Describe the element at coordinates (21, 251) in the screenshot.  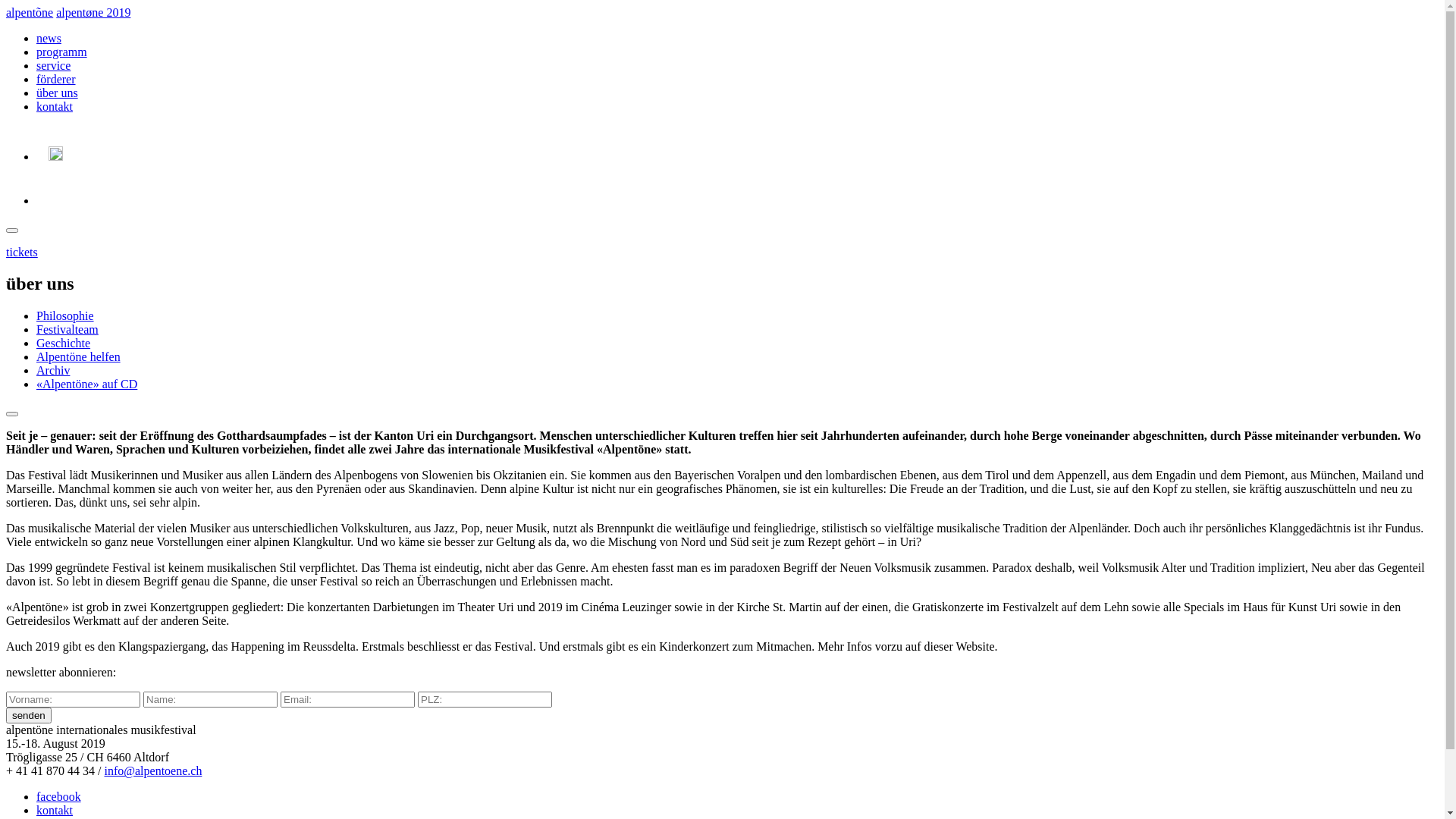
I see `'tickets'` at that location.